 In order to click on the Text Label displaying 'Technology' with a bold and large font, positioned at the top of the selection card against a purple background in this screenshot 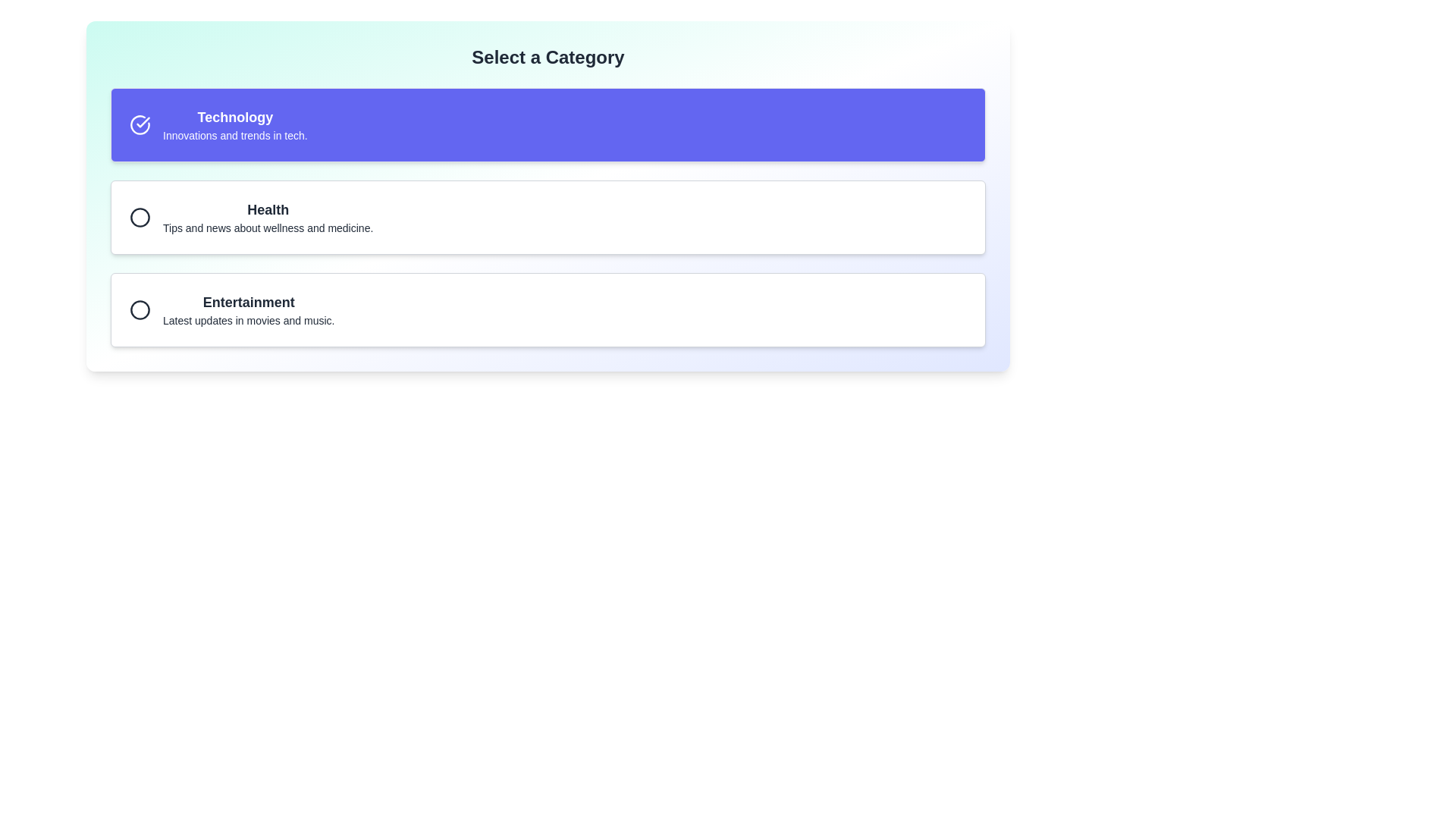, I will do `click(234, 116)`.